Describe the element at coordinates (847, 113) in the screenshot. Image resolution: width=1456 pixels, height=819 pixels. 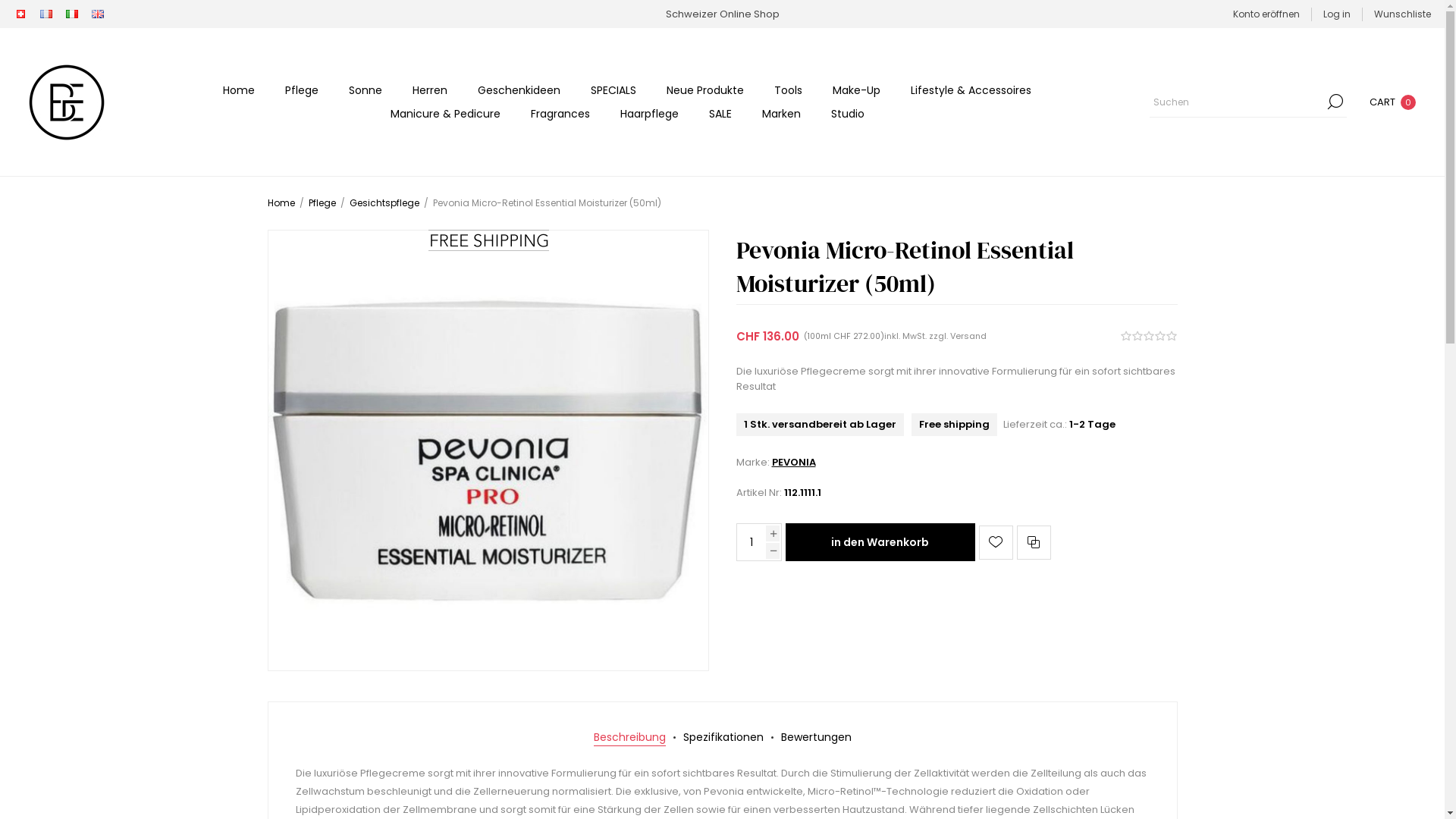
I see `'Studio'` at that location.